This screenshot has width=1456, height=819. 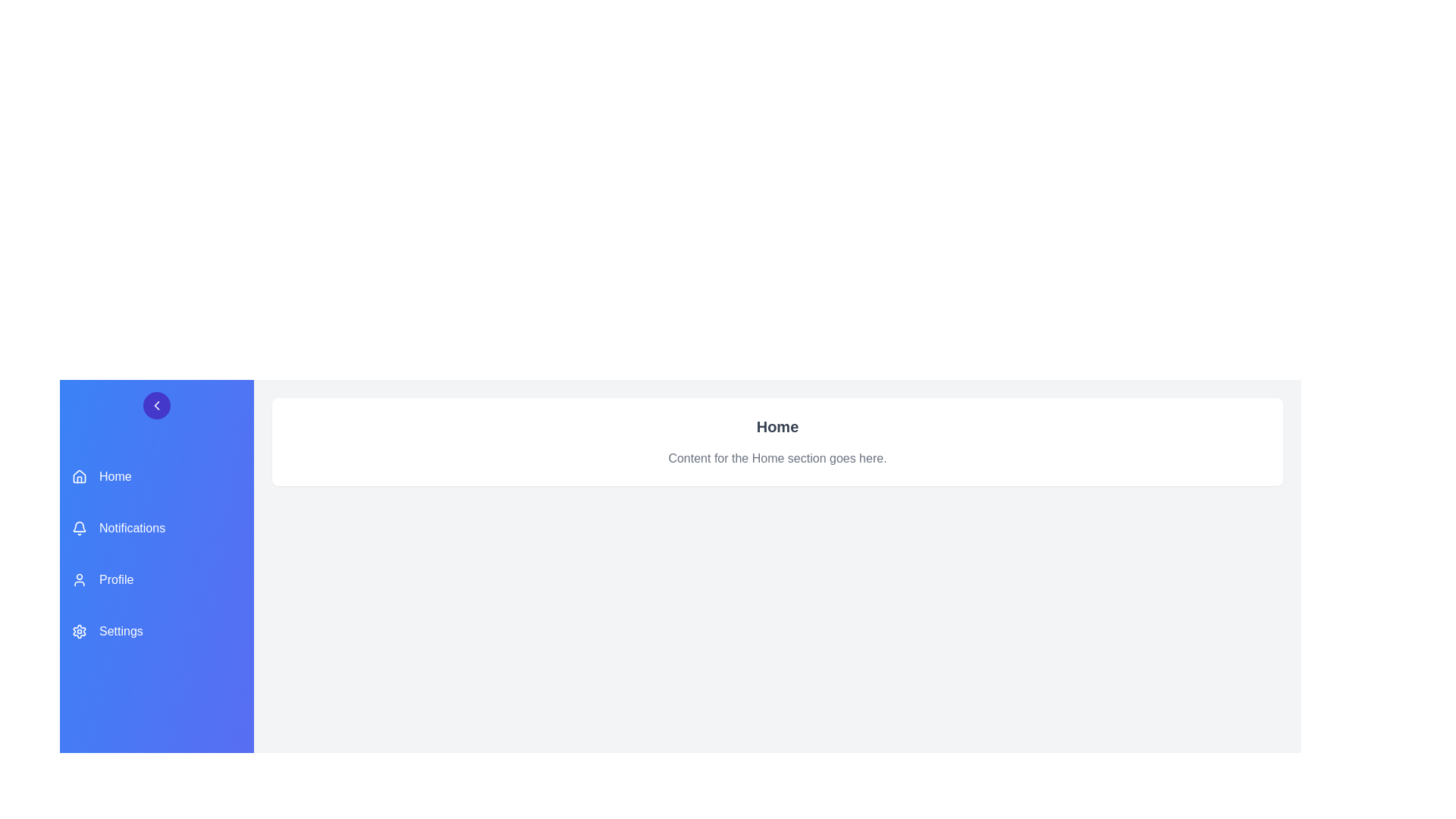 What do you see at coordinates (79, 579) in the screenshot?
I see `the small user icon located to the left of the 'Profile' label text in the vertical navigation menu, which is the third icon from the top` at bounding box center [79, 579].